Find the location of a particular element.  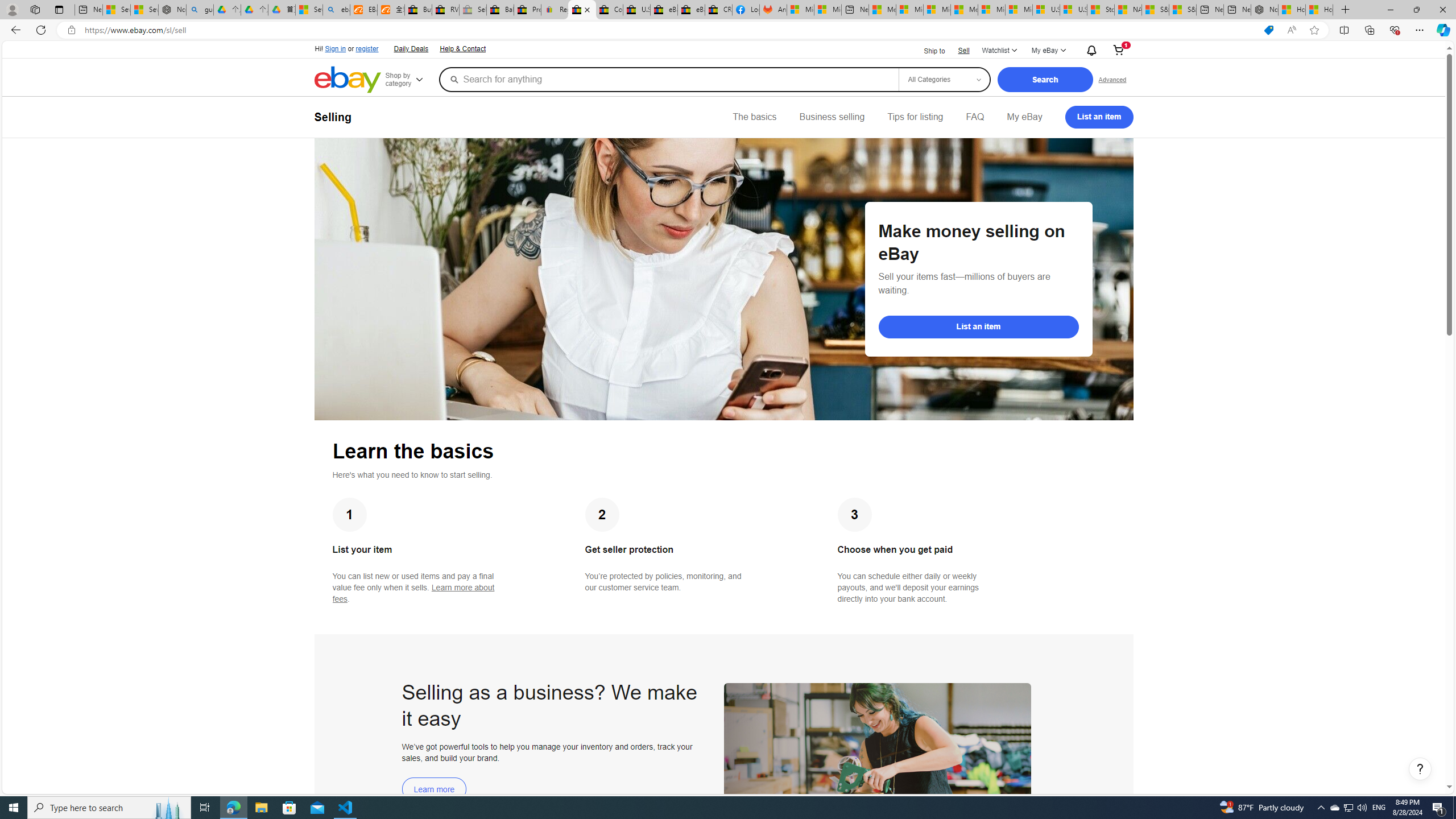

'Sign in' is located at coordinates (336, 48).